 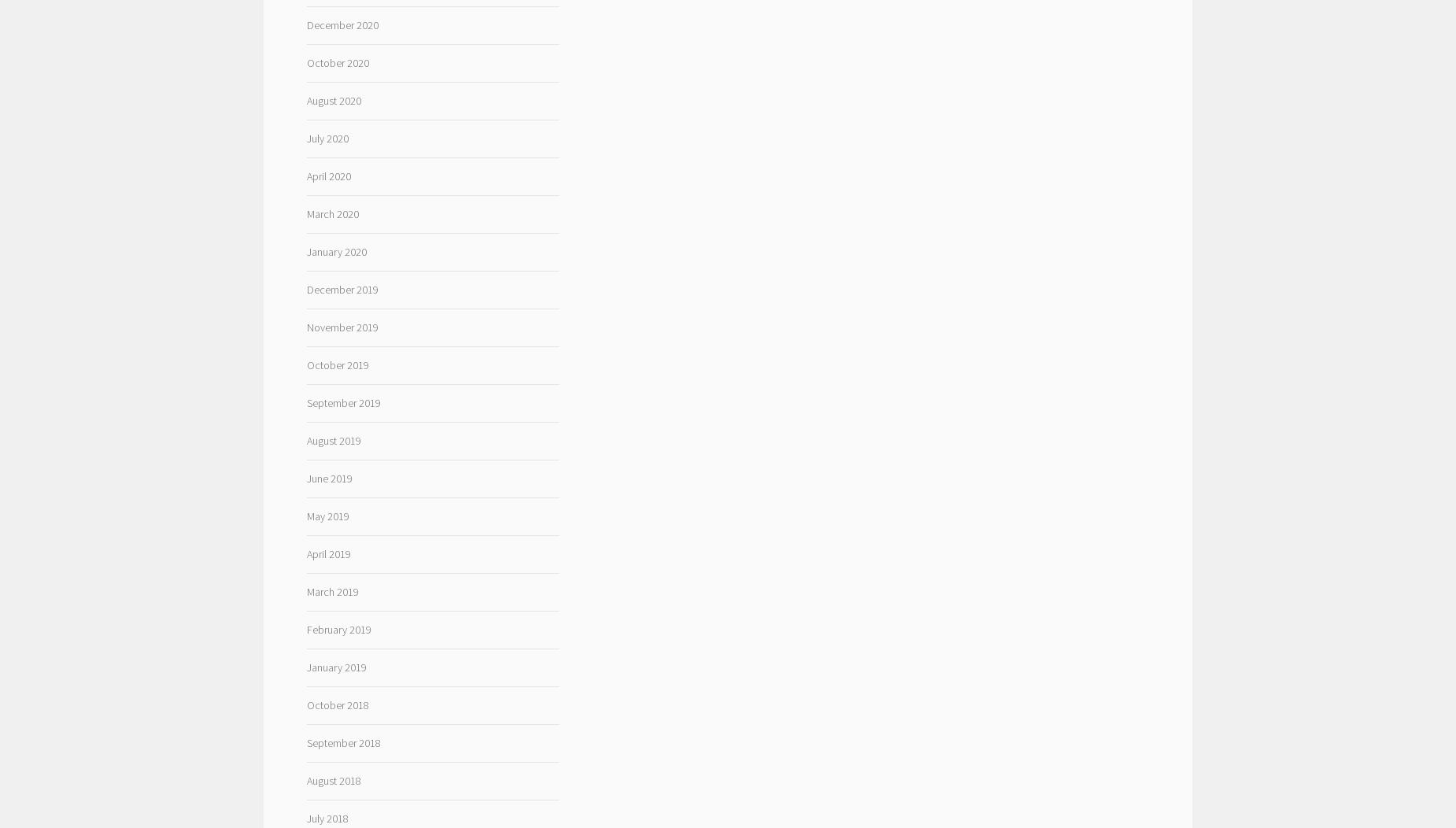 I want to click on 'February 2019', so click(x=337, y=628).